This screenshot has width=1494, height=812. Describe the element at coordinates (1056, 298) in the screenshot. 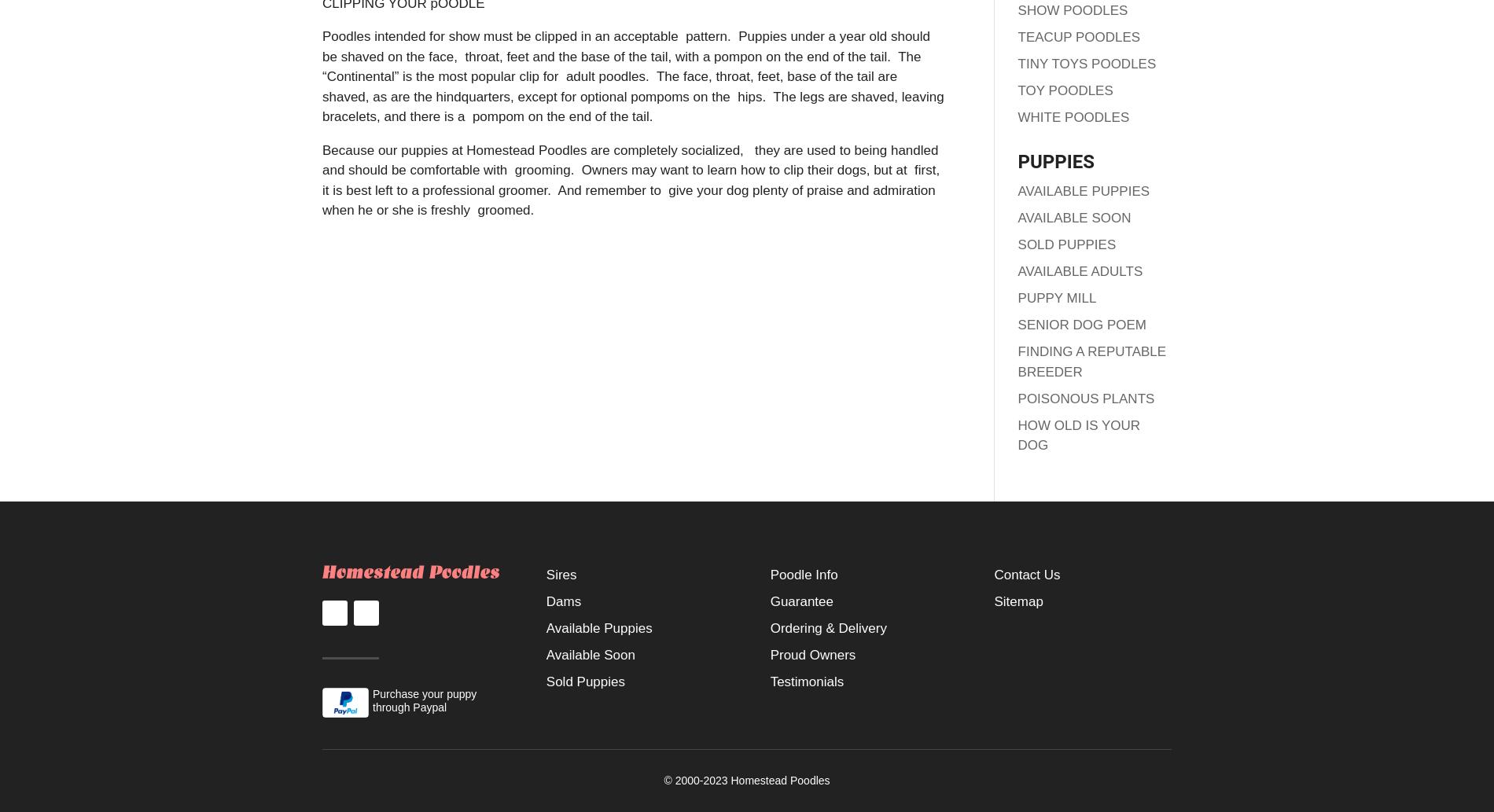

I see `'PUPPY MILL'` at that location.